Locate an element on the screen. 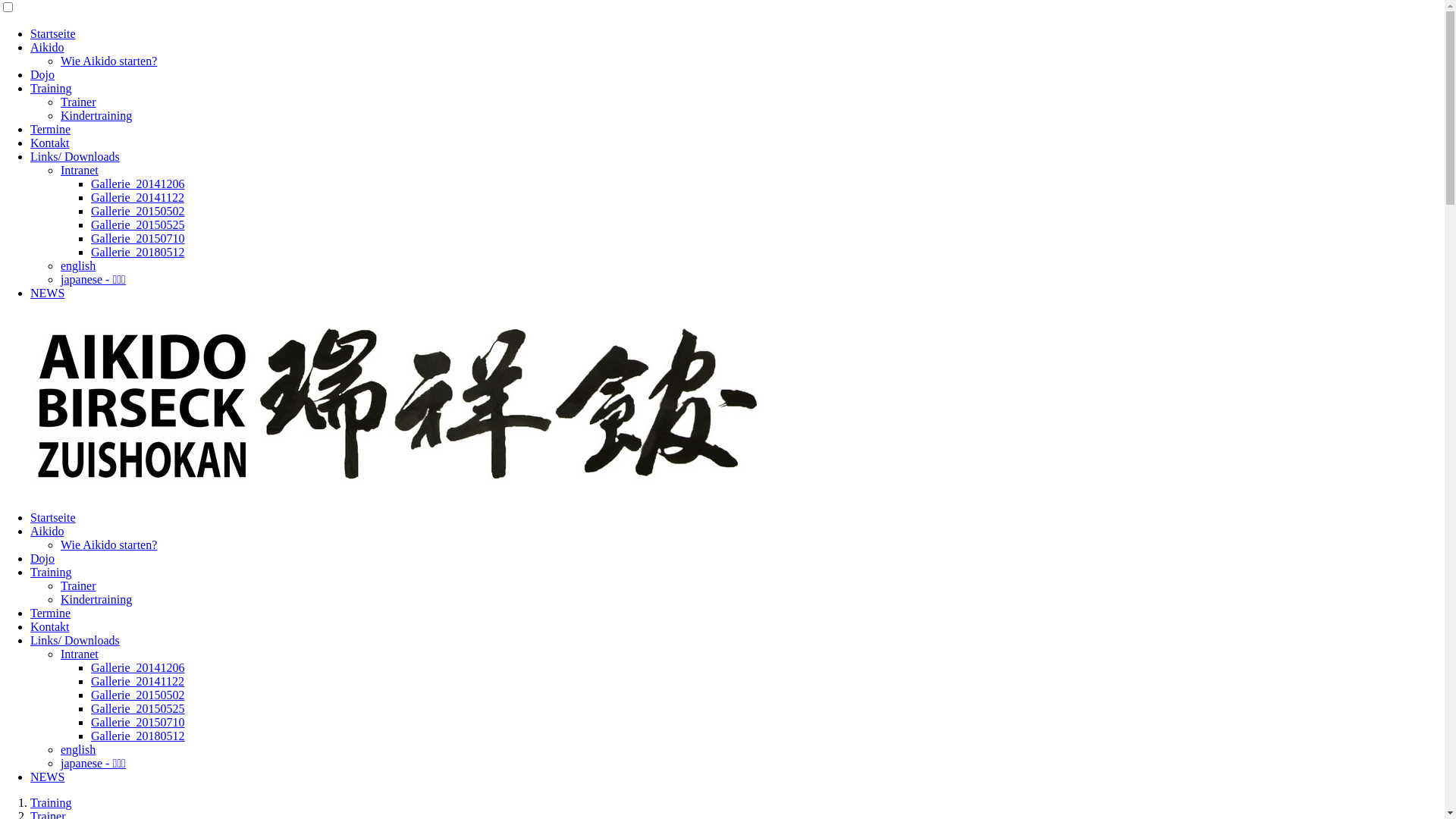 This screenshot has width=1456, height=819. 'Aikido' is located at coordinates (47, 46).